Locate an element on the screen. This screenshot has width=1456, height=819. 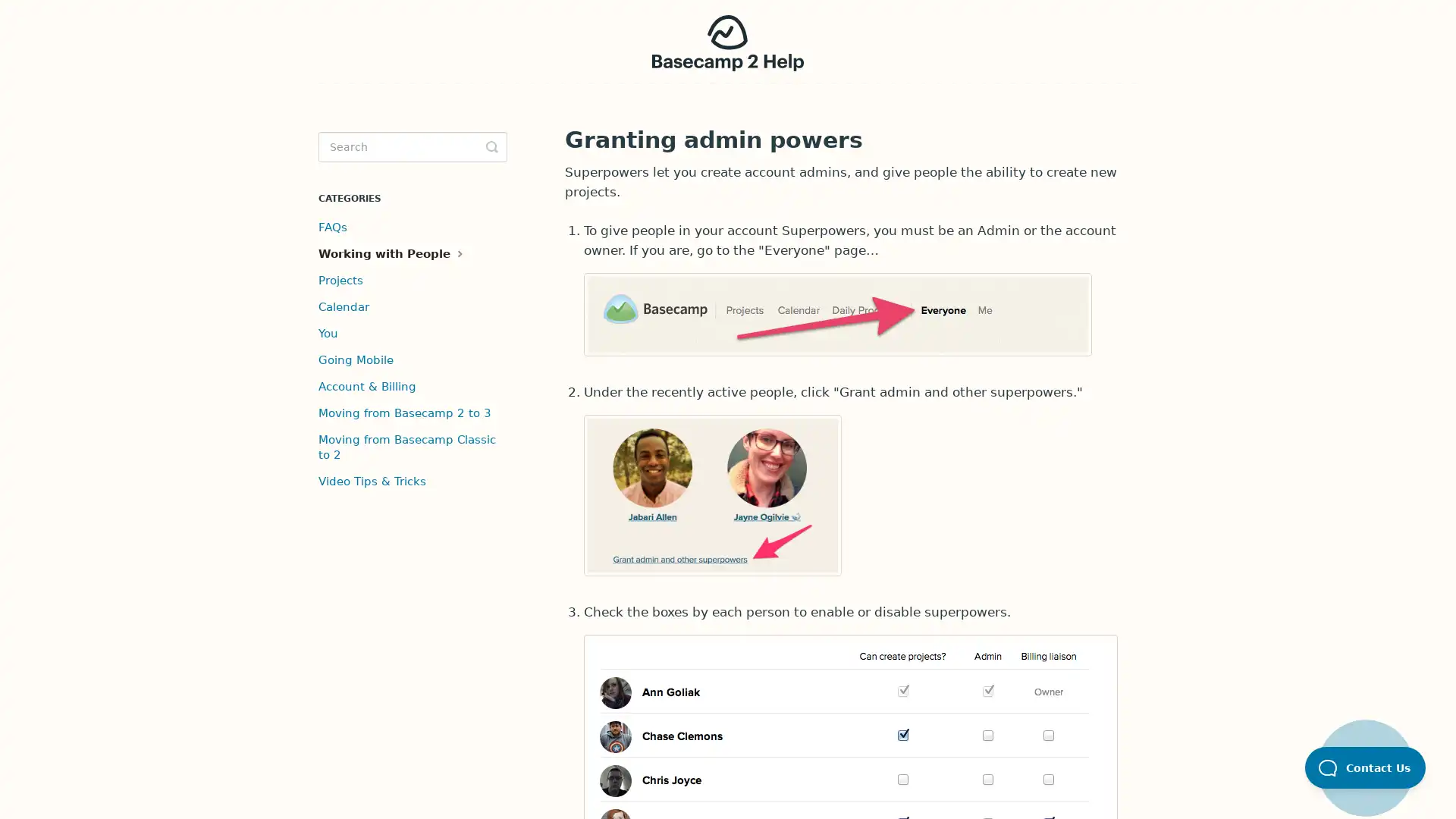
Toggle Search is located at coordinates (491, 146).